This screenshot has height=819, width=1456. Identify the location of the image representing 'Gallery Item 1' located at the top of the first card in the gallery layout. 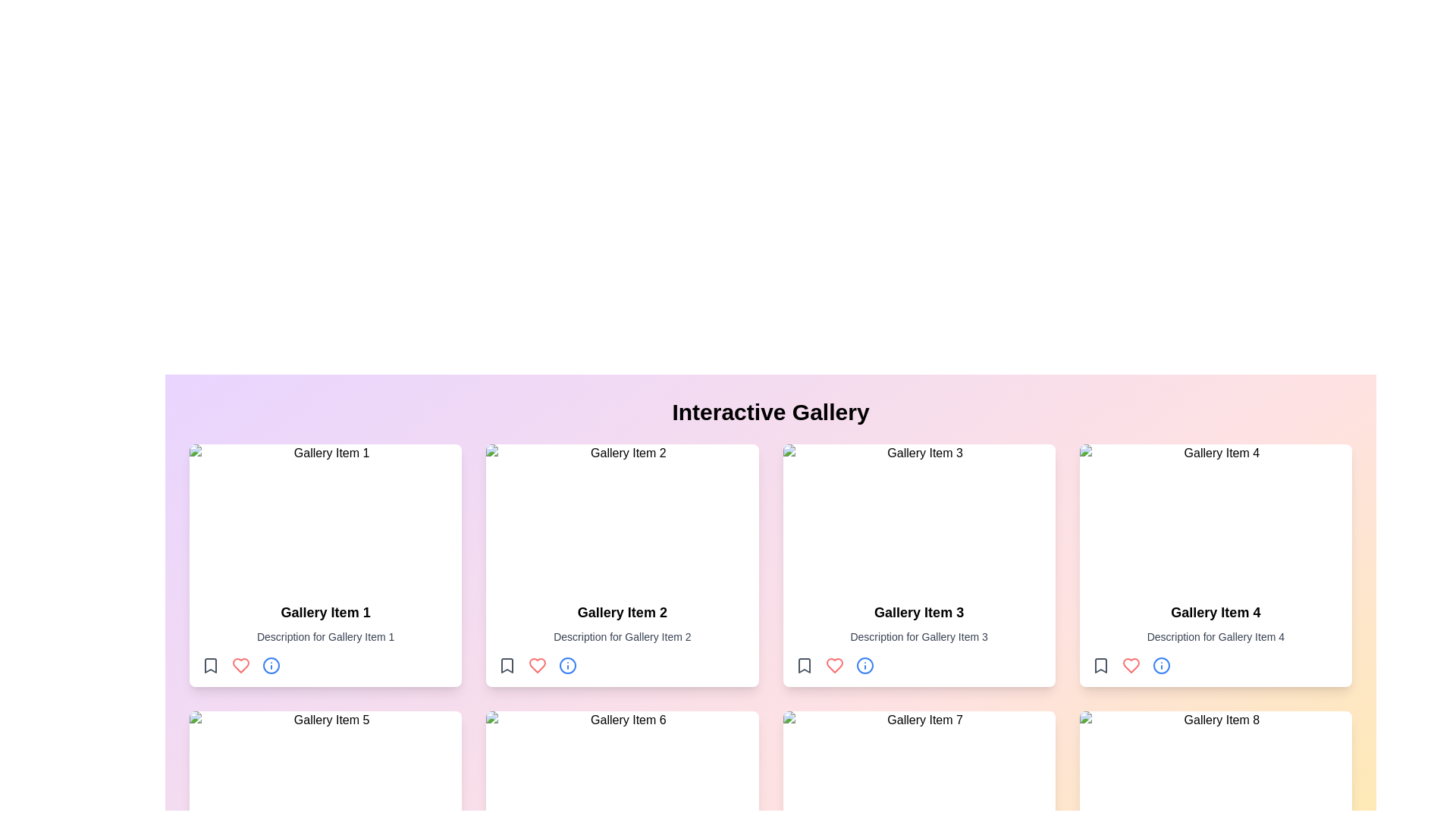
(325, 516).